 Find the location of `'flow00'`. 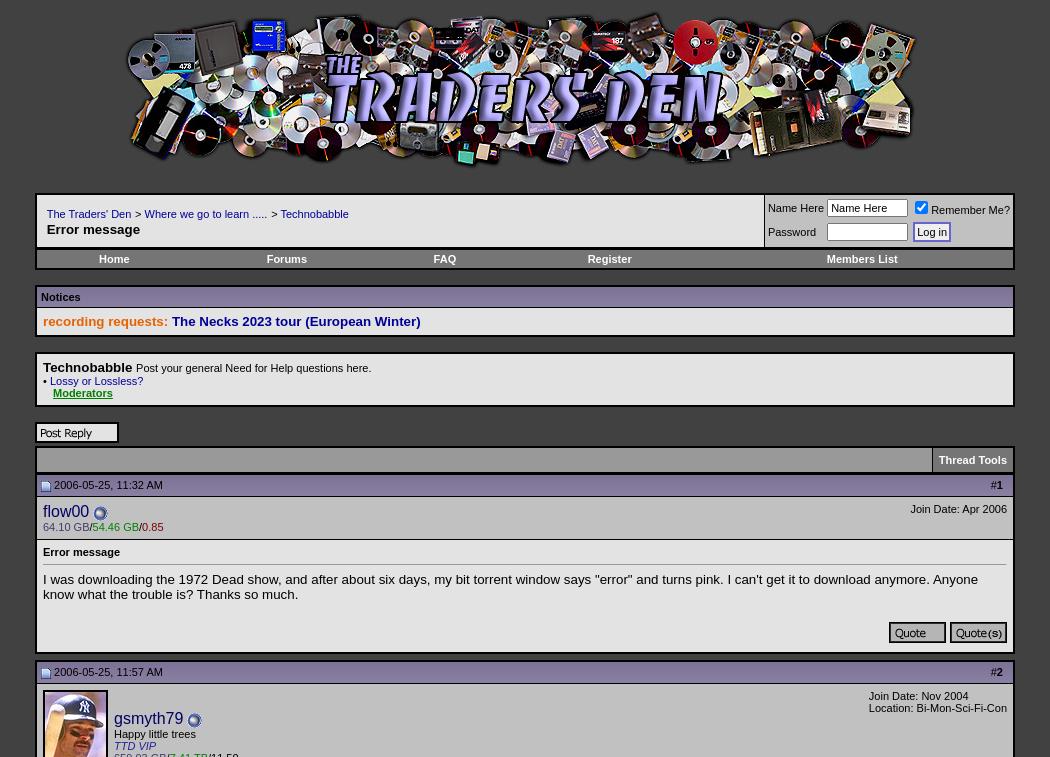

'flow00' is located at coordinates (65, 510).